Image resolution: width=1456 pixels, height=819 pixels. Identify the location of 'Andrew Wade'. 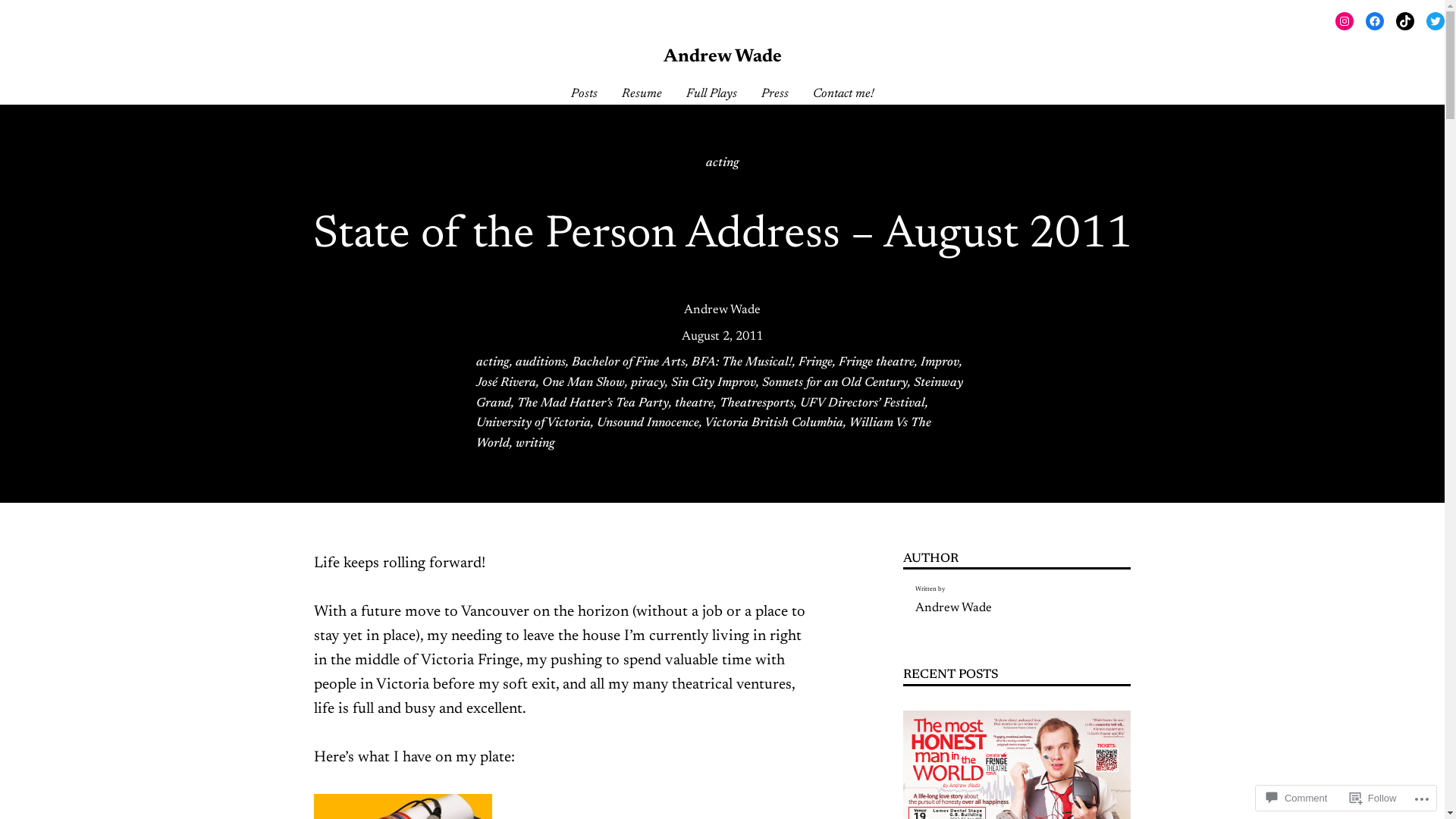
(721, 309).